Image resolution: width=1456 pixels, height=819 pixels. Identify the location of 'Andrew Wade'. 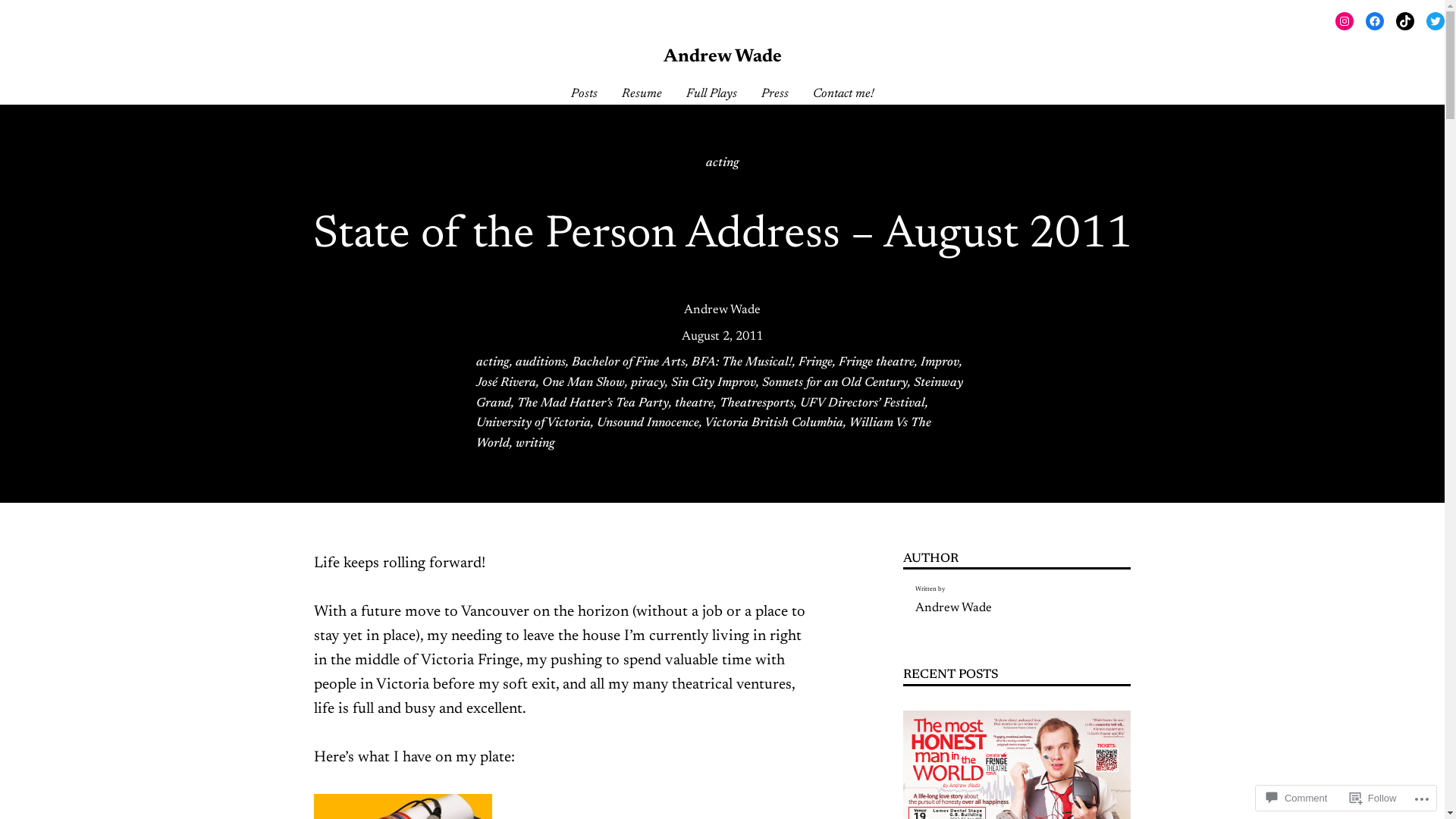
(721, 309).